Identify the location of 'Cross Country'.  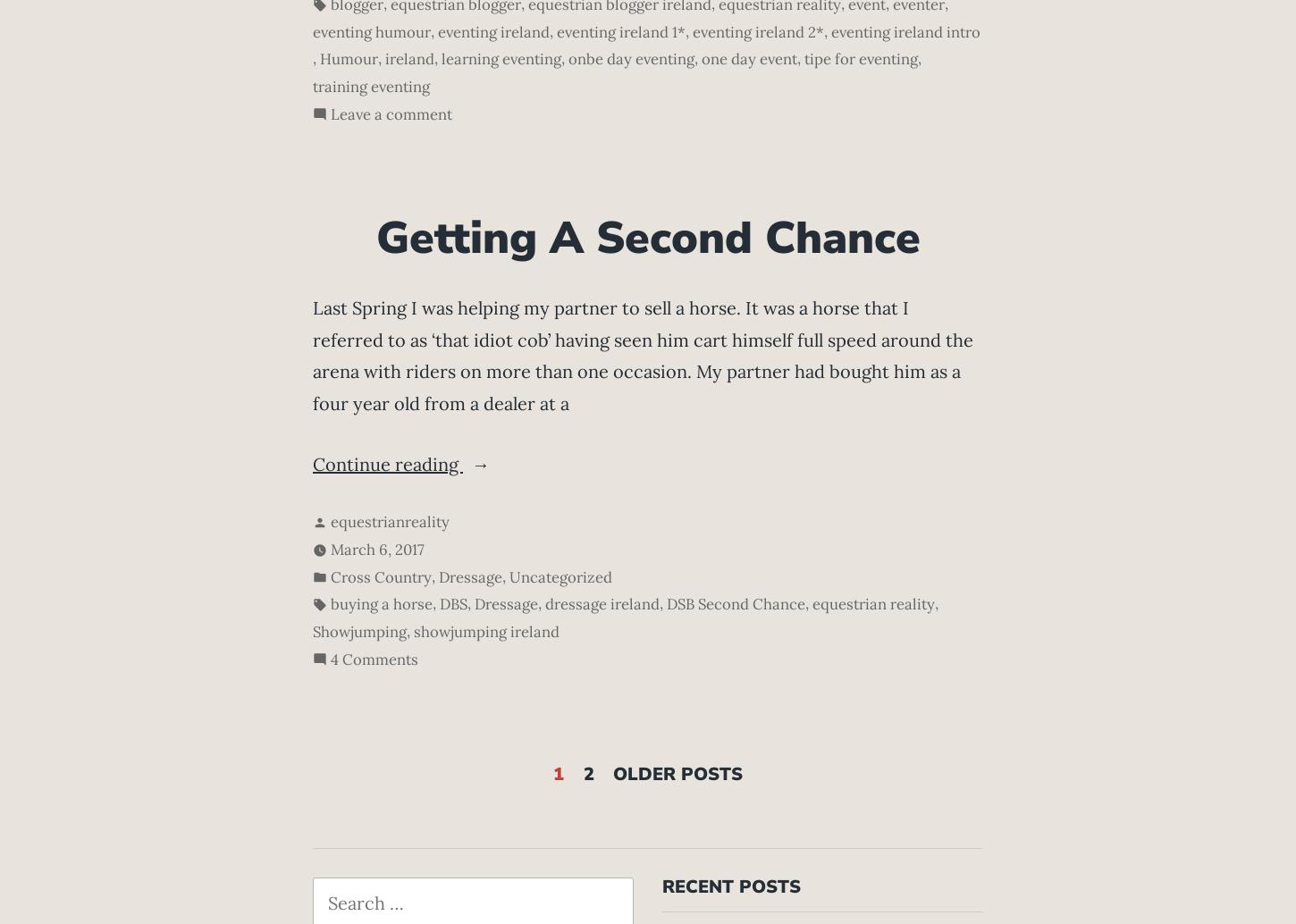
(380, 576).